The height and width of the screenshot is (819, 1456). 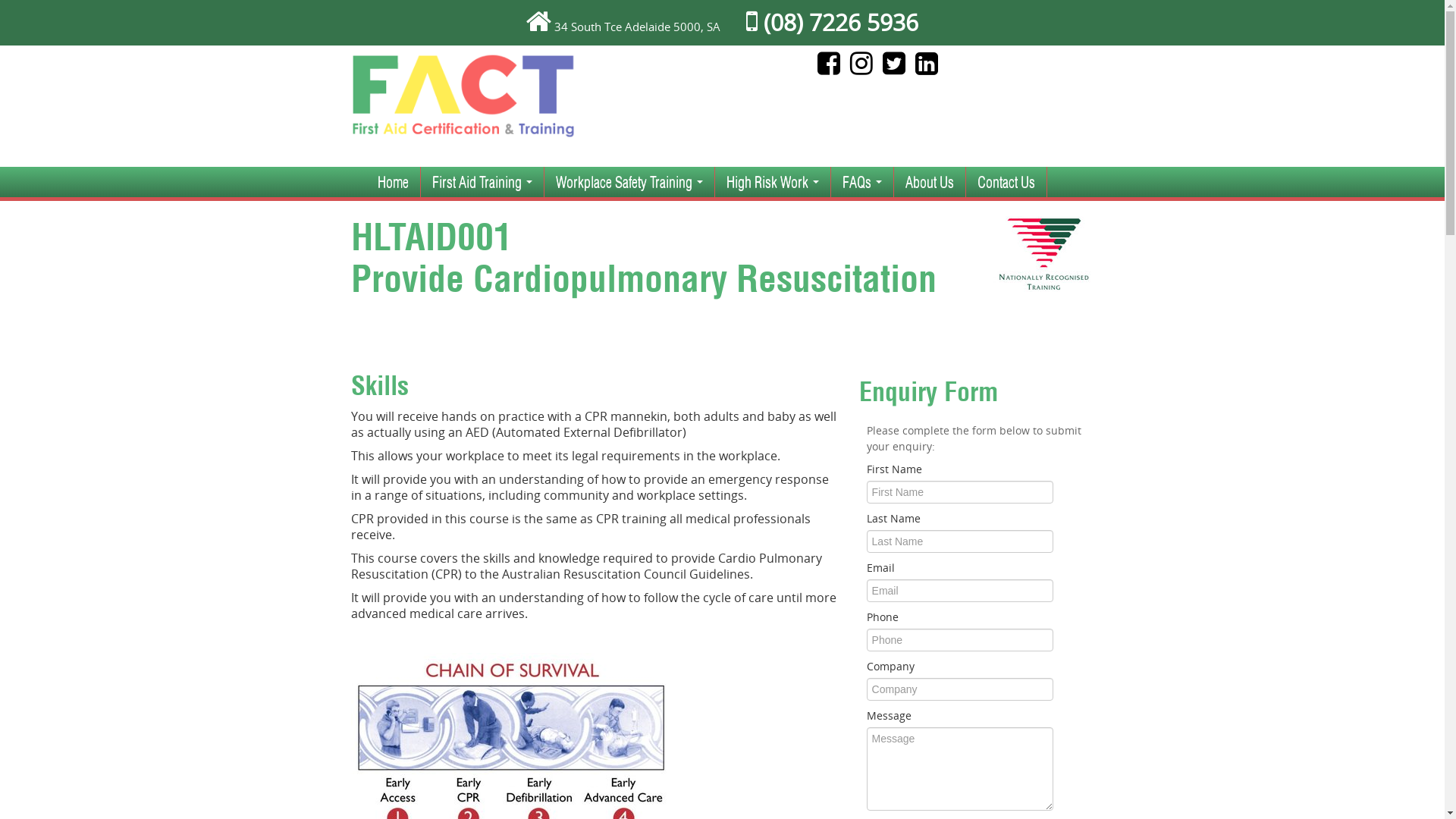 What do you see at coordinates (392, 180) in the screenshot?
I see `'Home'` at bounding box center [392, 180].